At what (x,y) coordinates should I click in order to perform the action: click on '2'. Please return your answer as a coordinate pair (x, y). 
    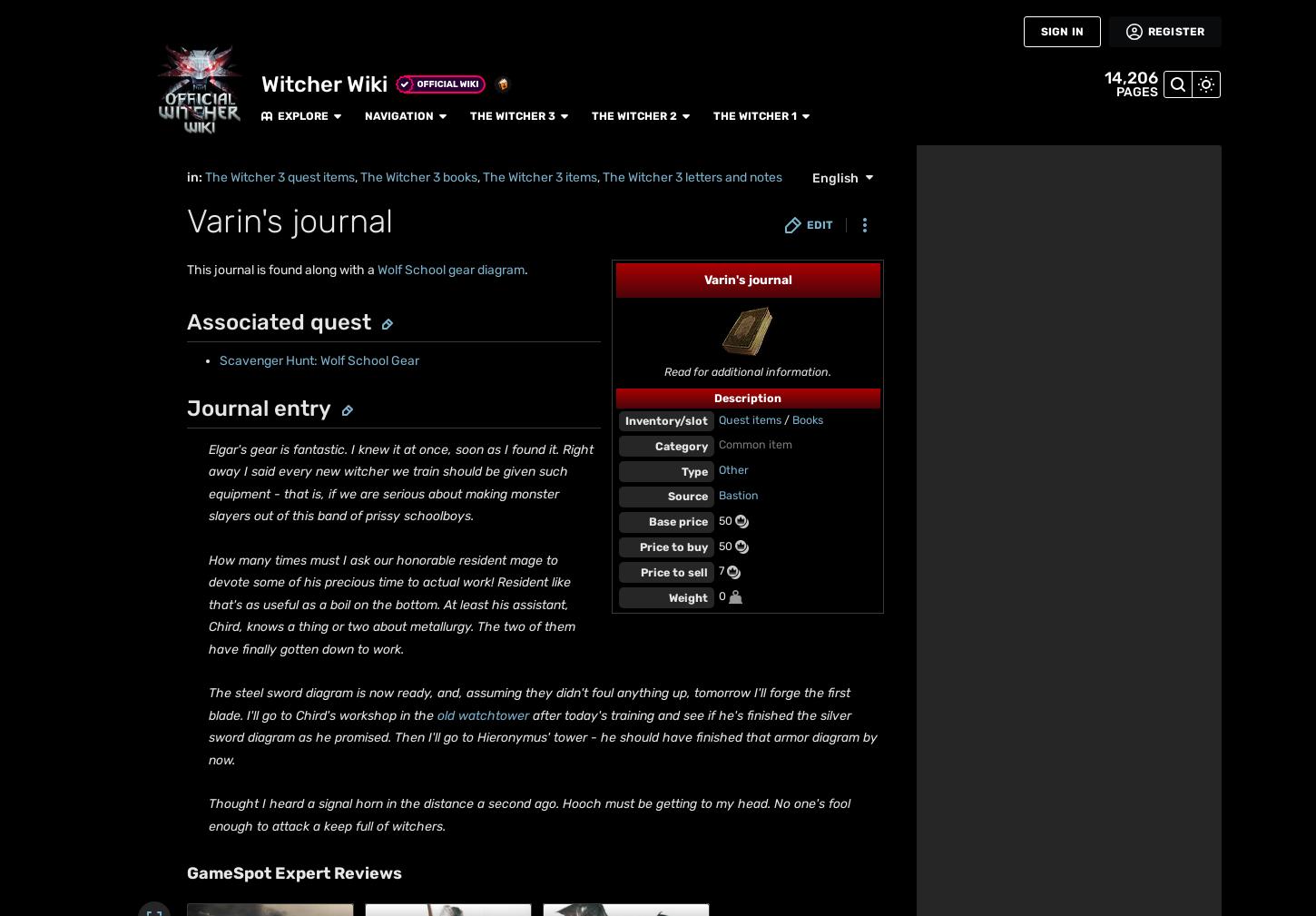
    Looking at the image, I should click on (220, 628).